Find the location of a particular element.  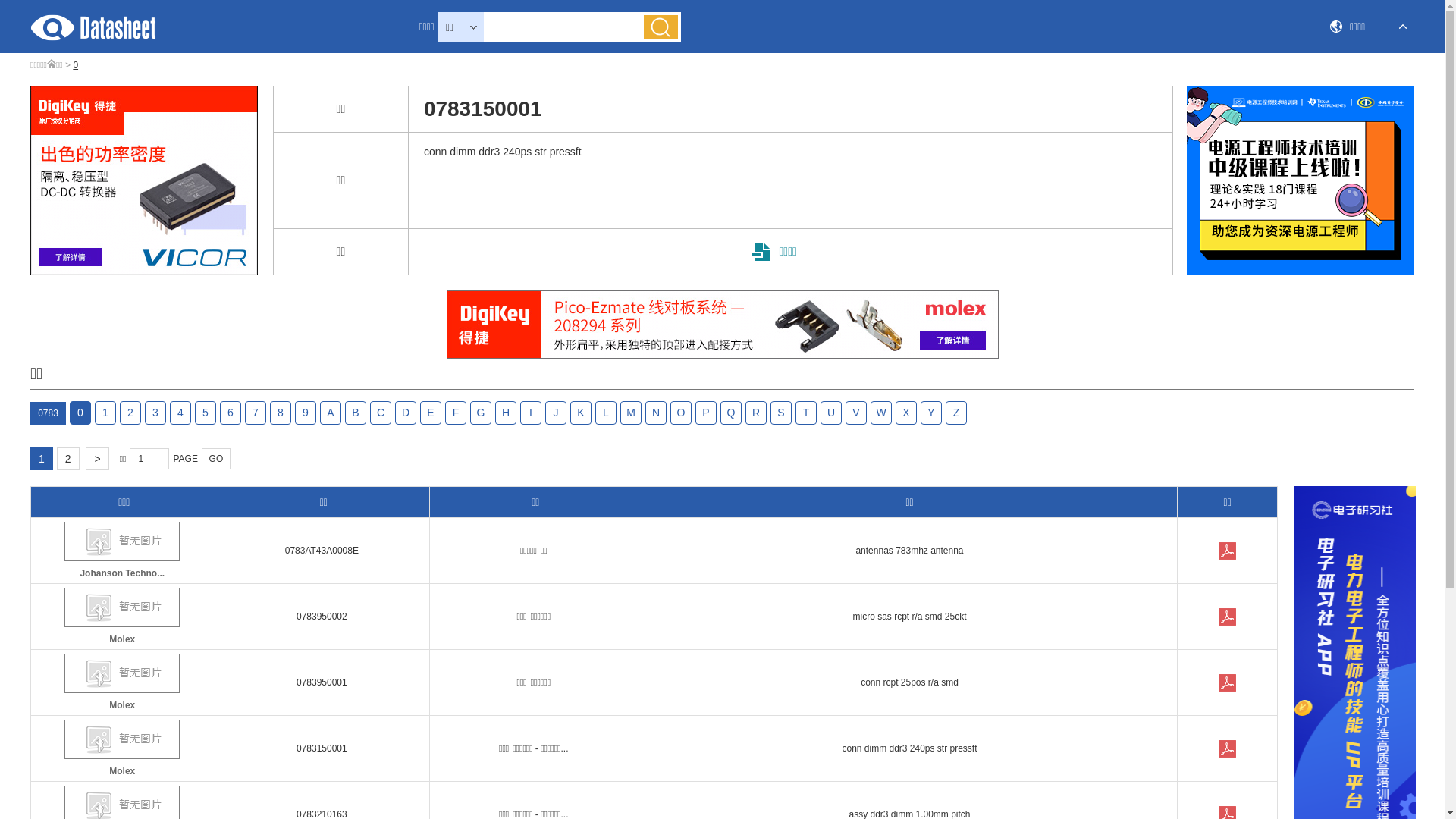

'4' is located at coordinates (180, 413).